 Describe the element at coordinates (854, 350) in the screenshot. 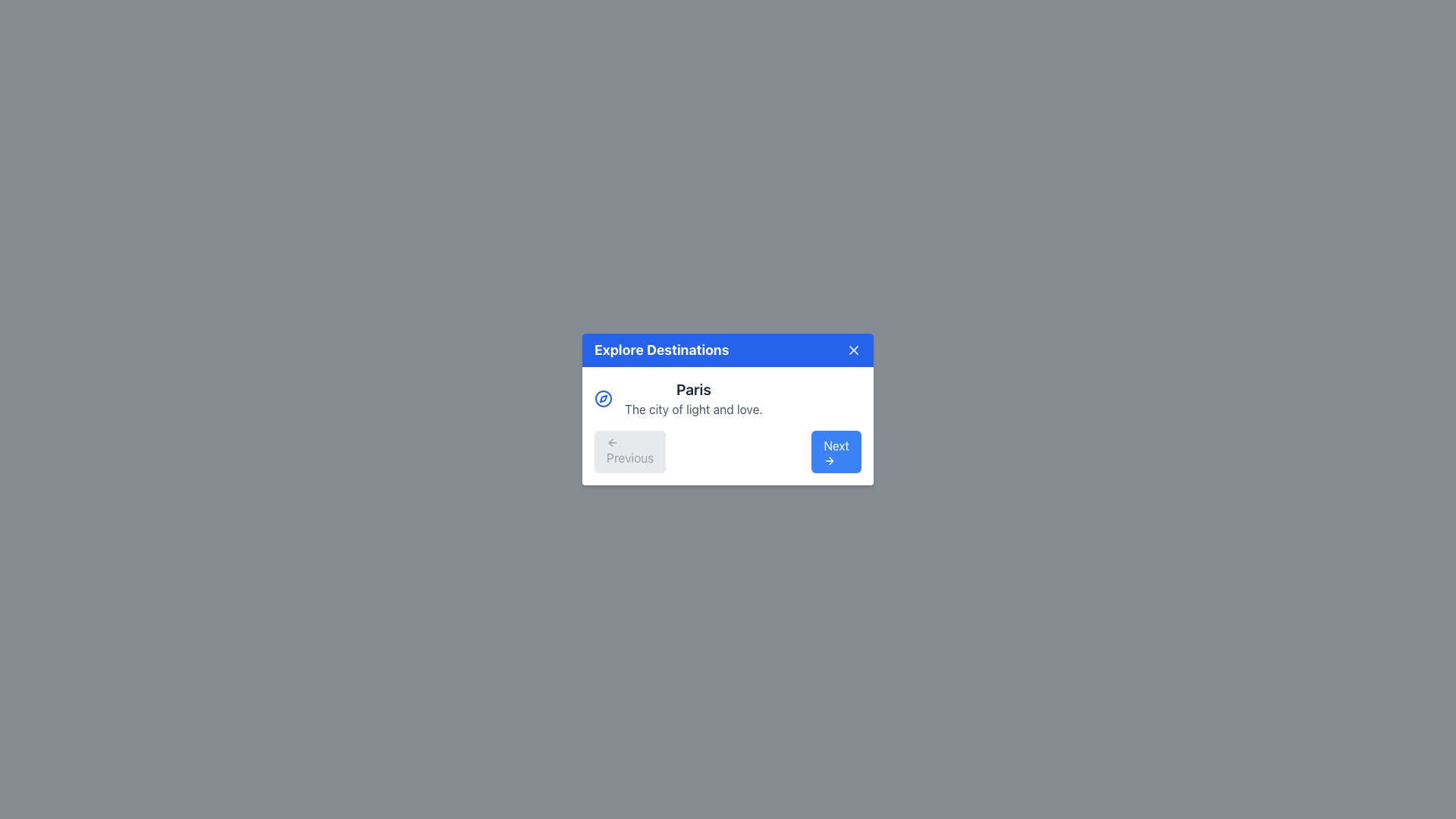

I see `the small 'X' shaped button with a white icon on a blue background, located at the top-right corner of the 'Explore Destinations' header bar` at that location.